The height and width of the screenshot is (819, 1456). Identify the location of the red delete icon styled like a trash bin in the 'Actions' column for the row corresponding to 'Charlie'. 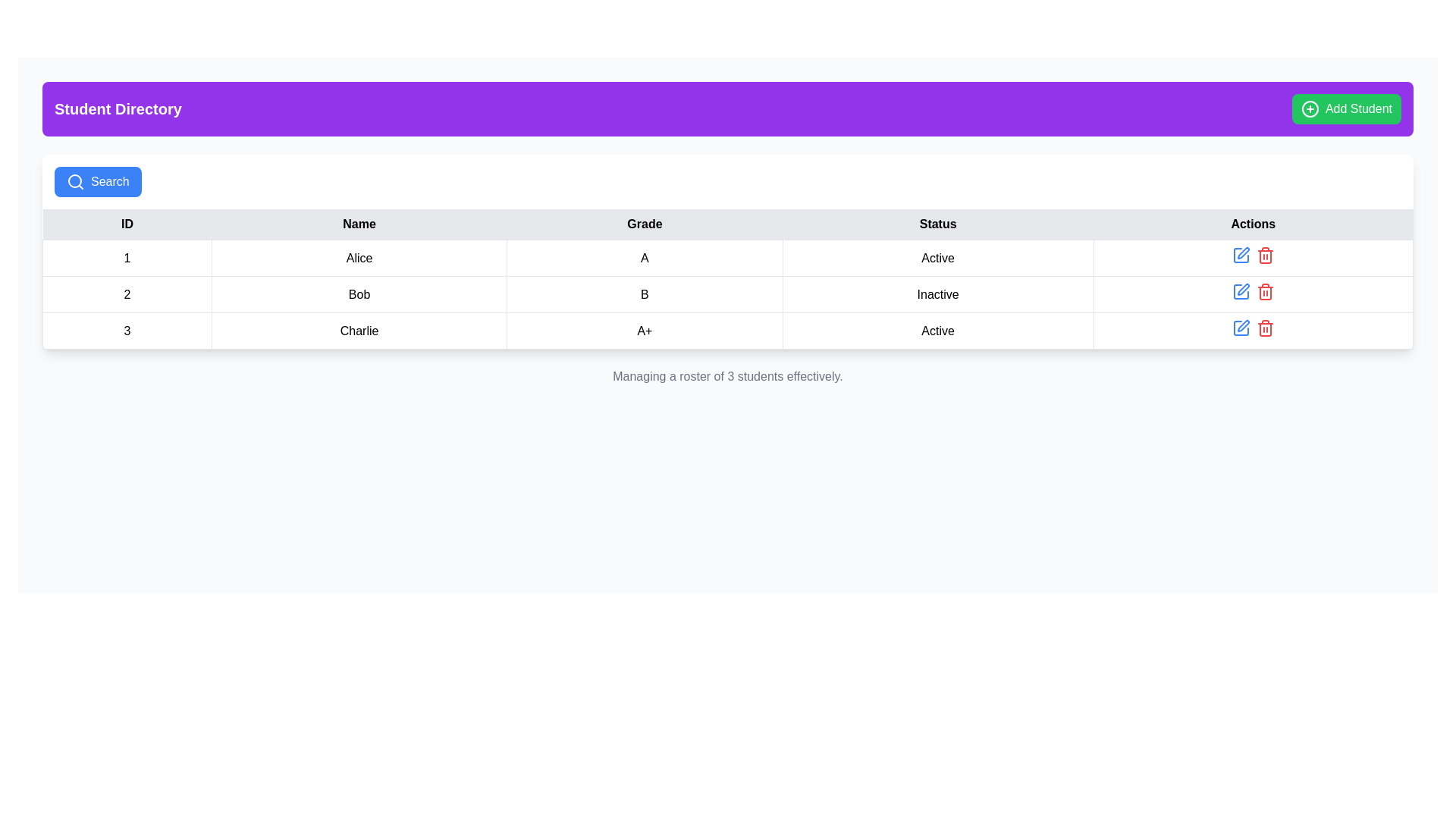
(1265, 254).